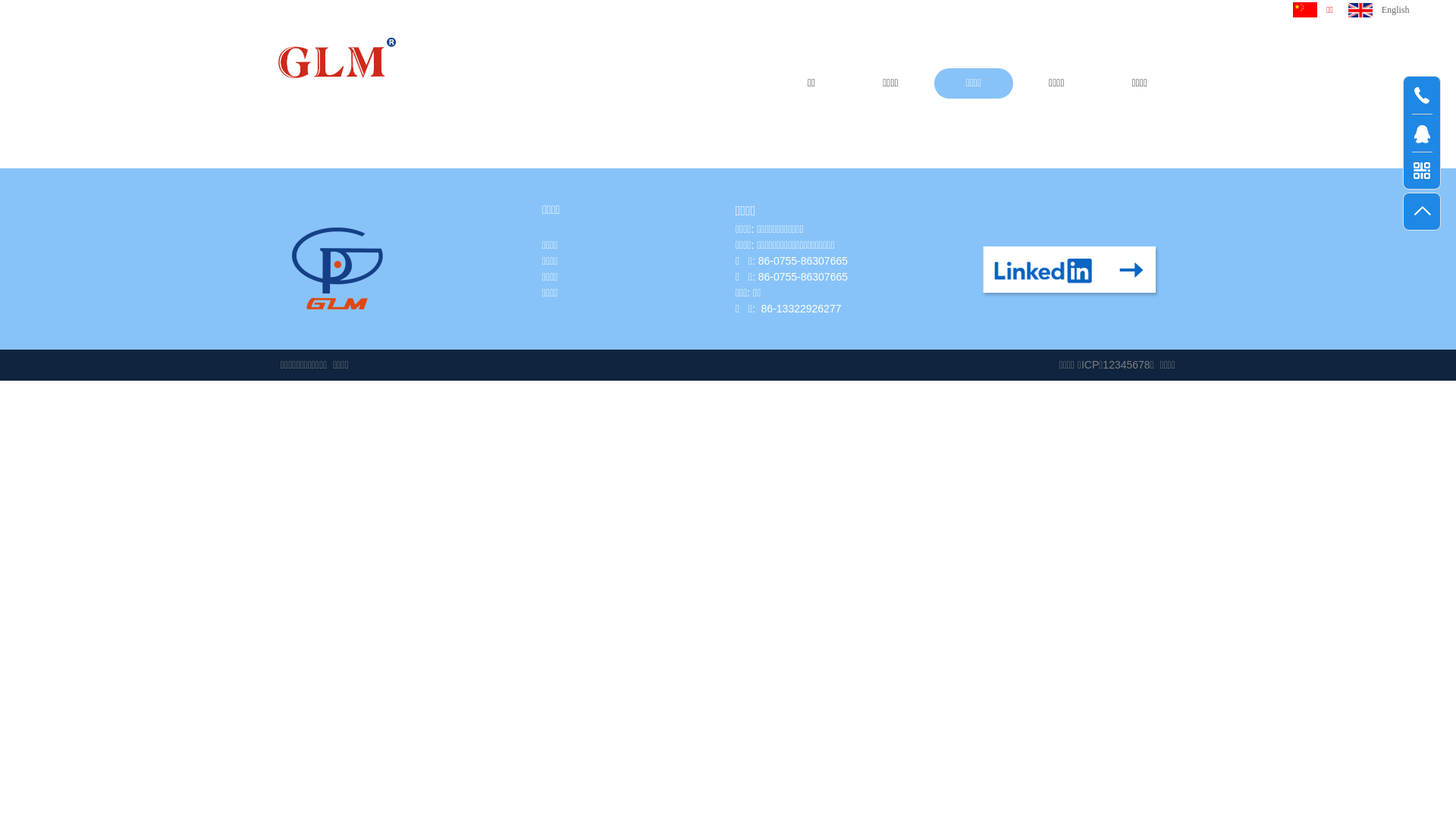 The image size is (1456, 819). What do you see at coordinates (1379, 8) in the screenshot?
I see `'English'` at bounding box center [1379, 8].